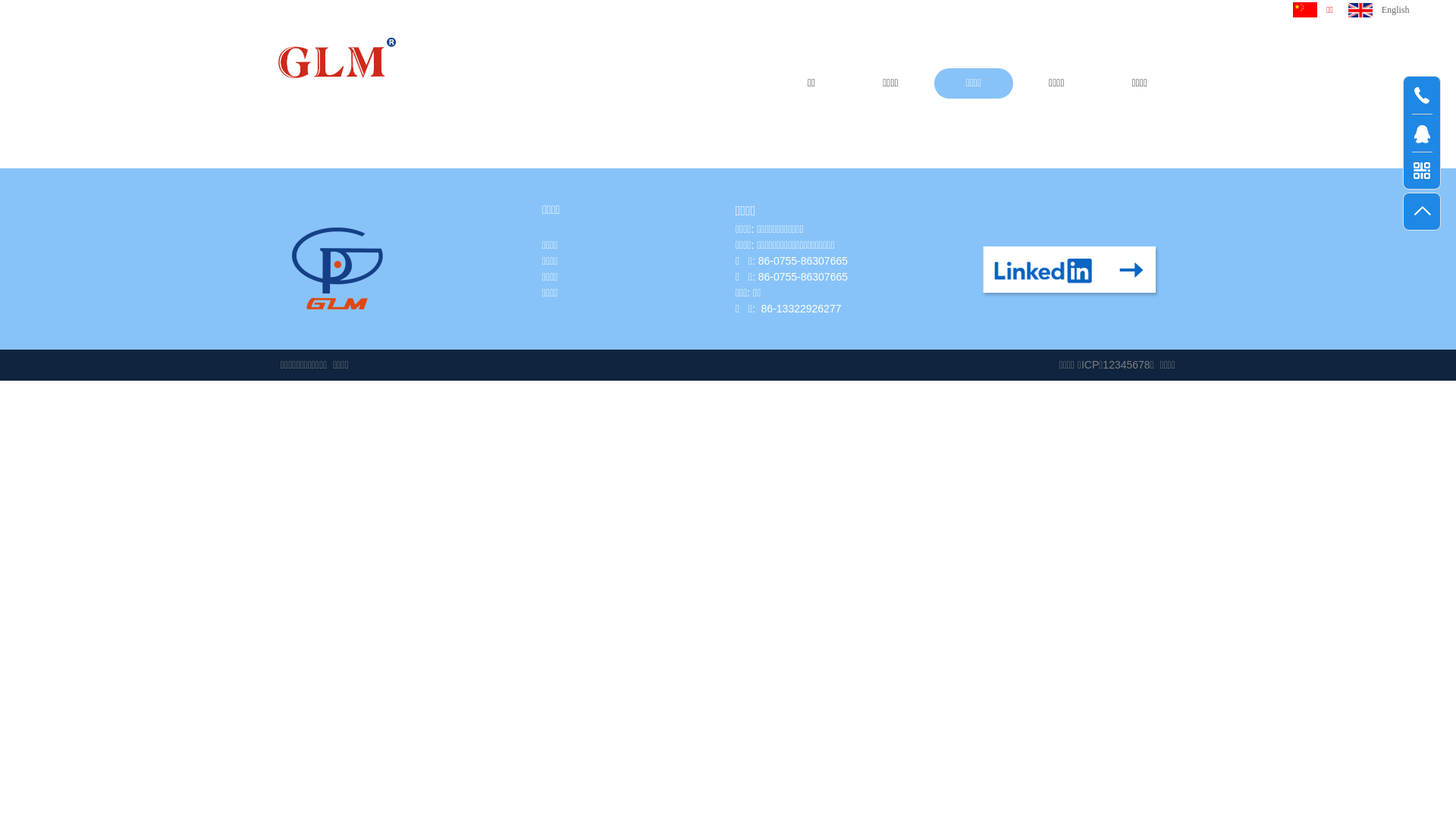 The image size is (1456, 819). What do you see at coordinates (1379, 8) in the screenshot?
I see `'English'` at bounding box center [1379, 8].